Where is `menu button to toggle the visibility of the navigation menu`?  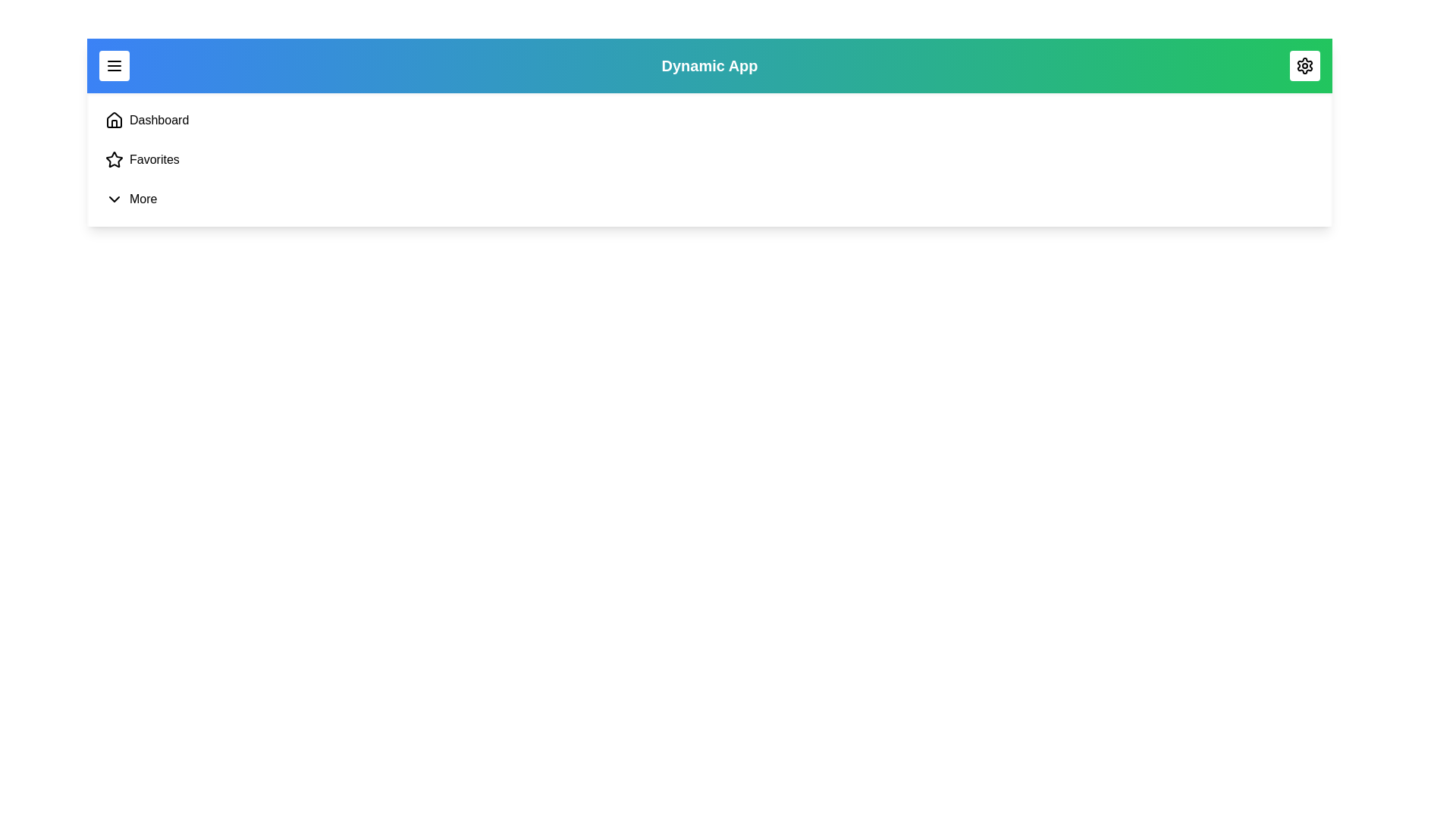 menu button to toggle the visibility of the navigation menu is located at coordinates (113, 65).